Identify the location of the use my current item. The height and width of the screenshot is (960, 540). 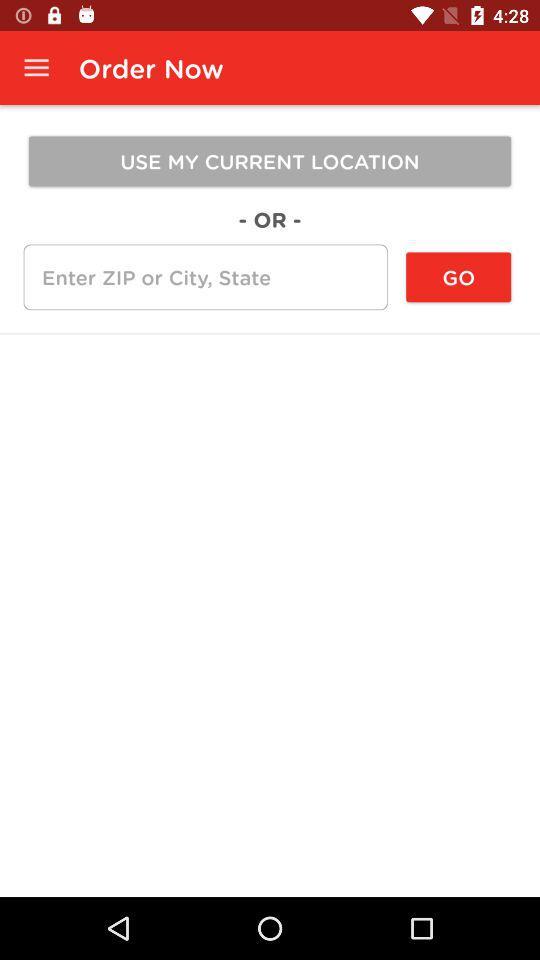
(270, 160).